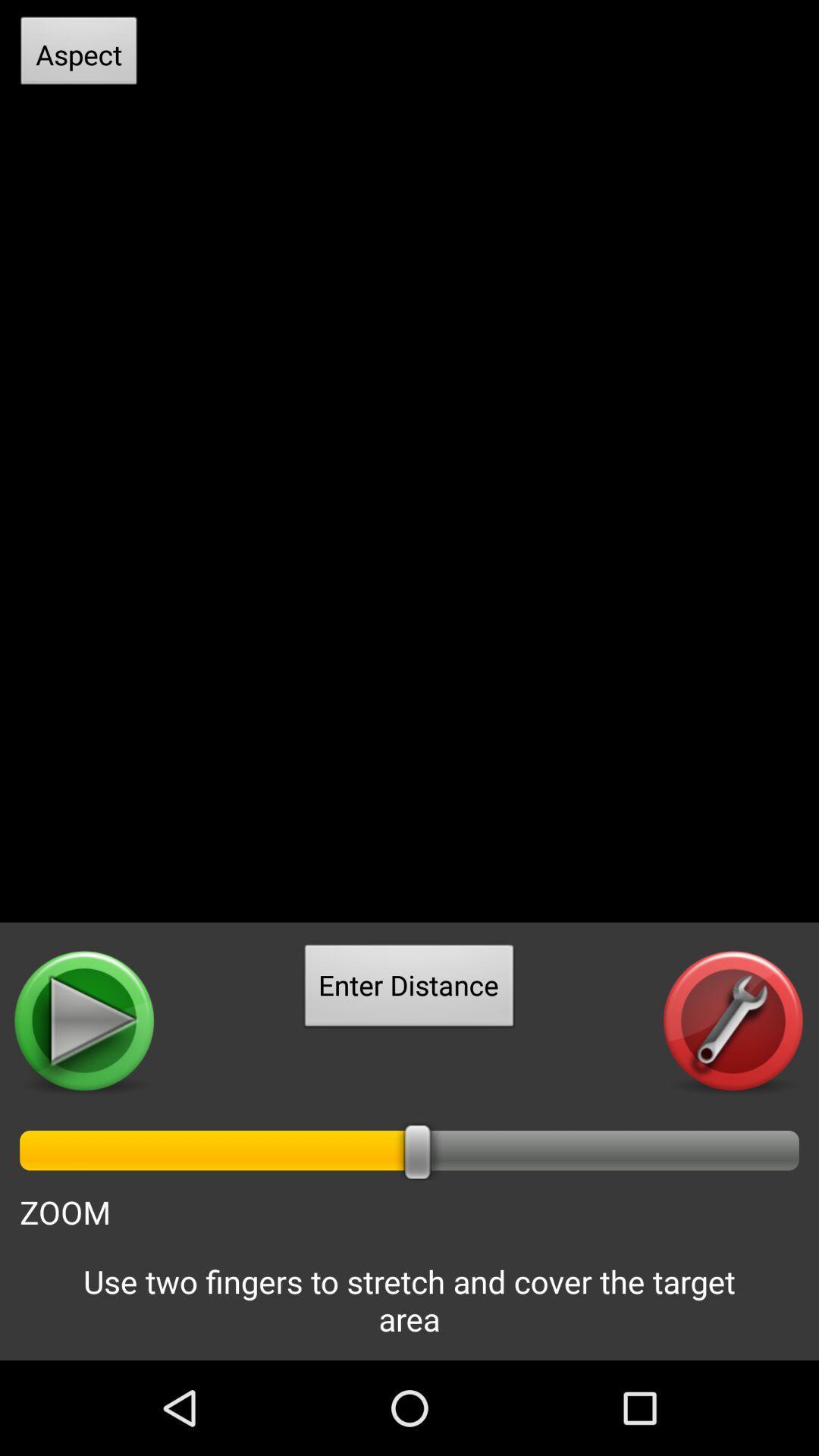  Describe the element at coordinates (85, 1094) in the screenshot. I see `the folder icon` at that location.